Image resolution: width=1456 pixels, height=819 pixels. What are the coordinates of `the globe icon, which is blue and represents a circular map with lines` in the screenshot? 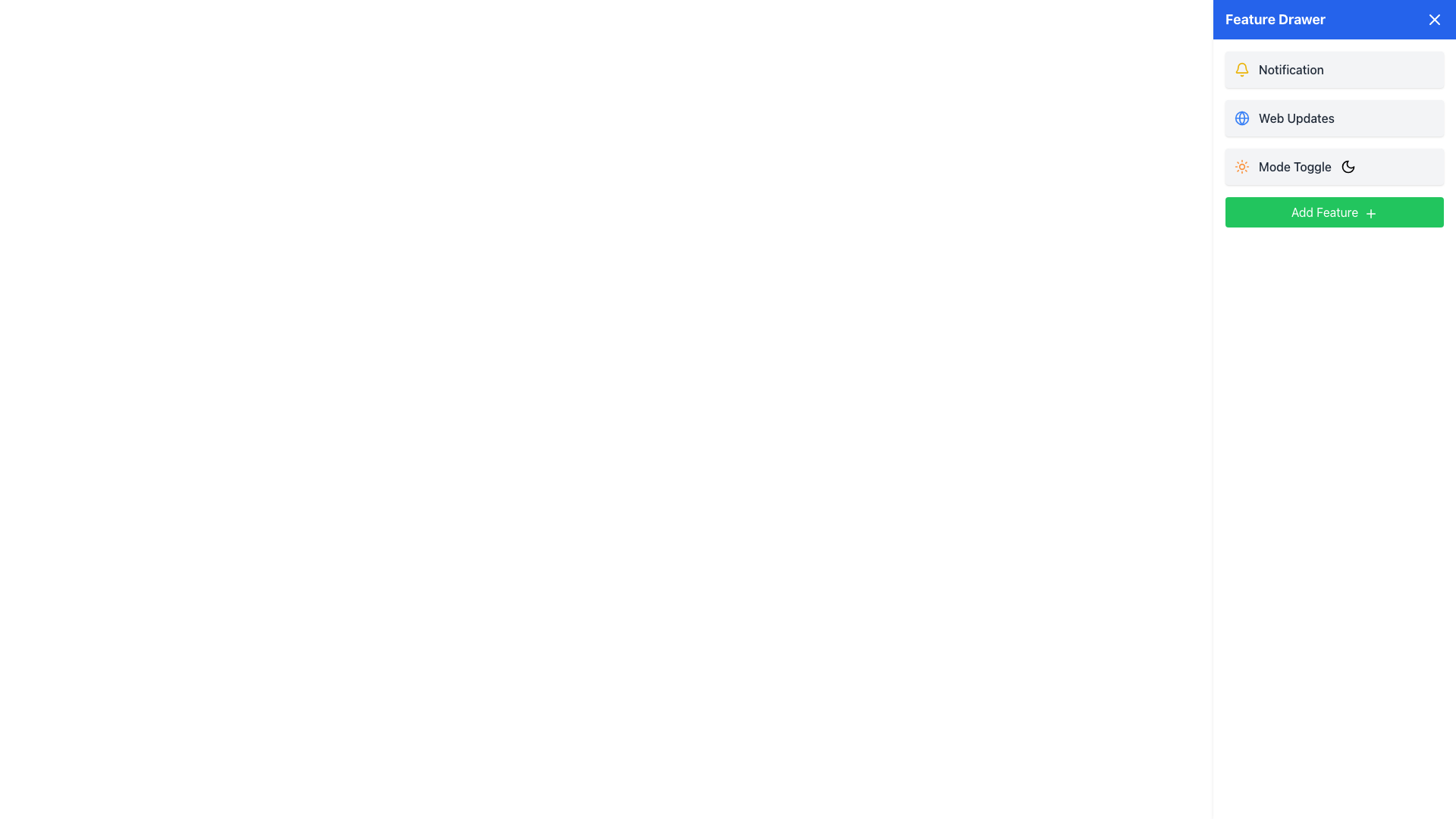 It's located at (1241, 117).